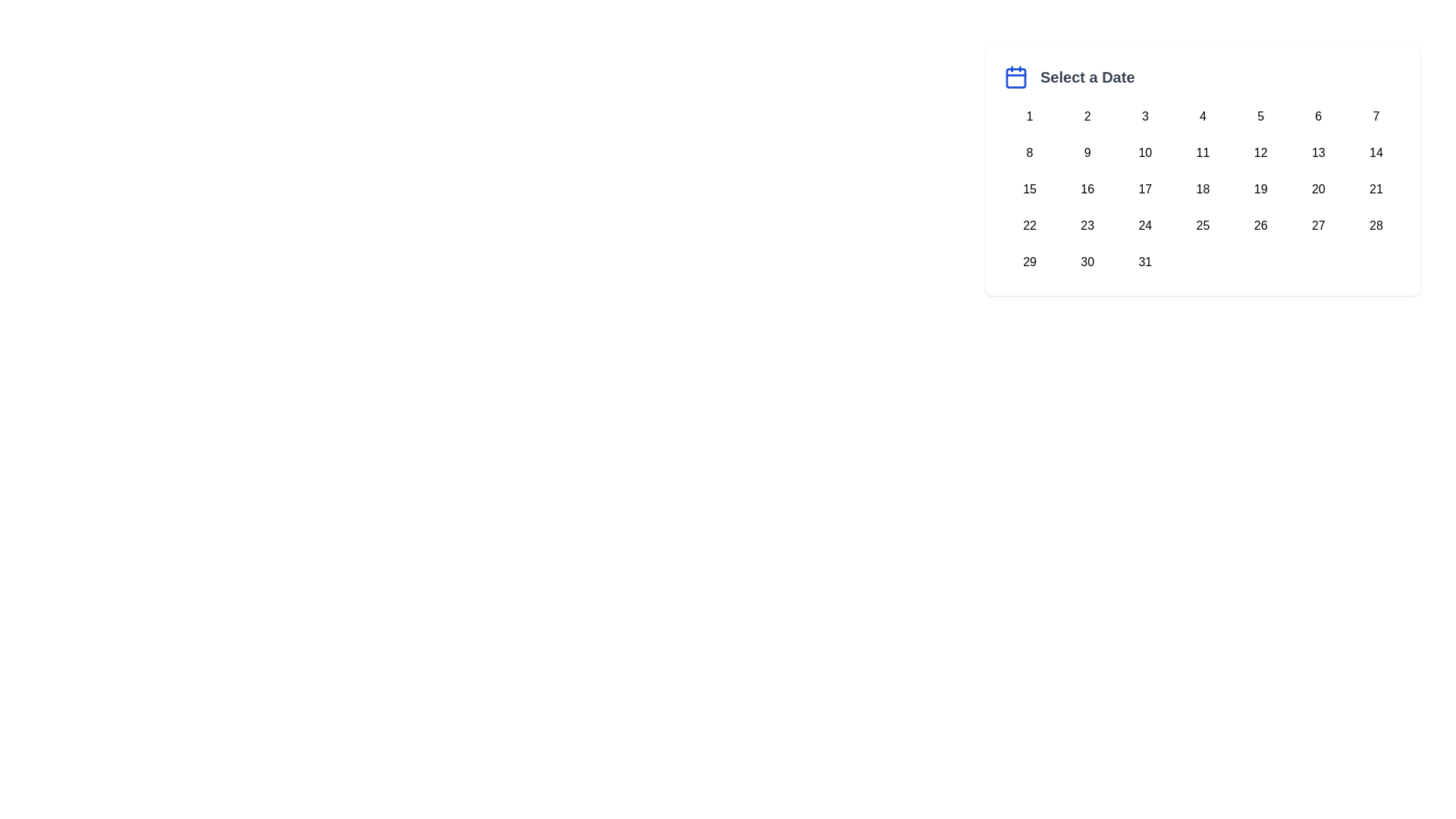 This screenshot has height=819, width=1456. I want to click on the number '30' in the calendar date picker to change its background color, so click(1087, 262).